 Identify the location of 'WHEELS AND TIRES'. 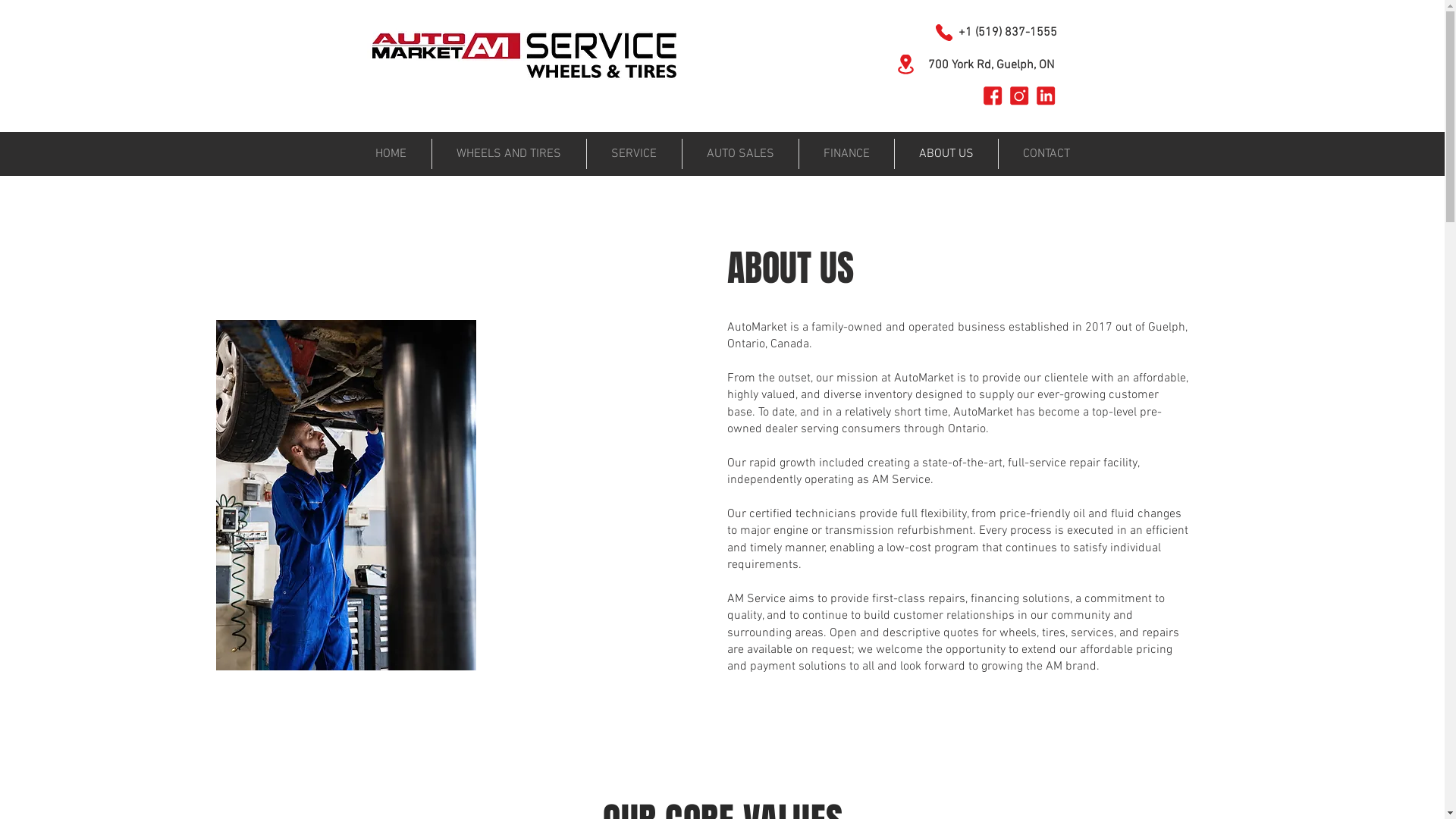
(509, 154).